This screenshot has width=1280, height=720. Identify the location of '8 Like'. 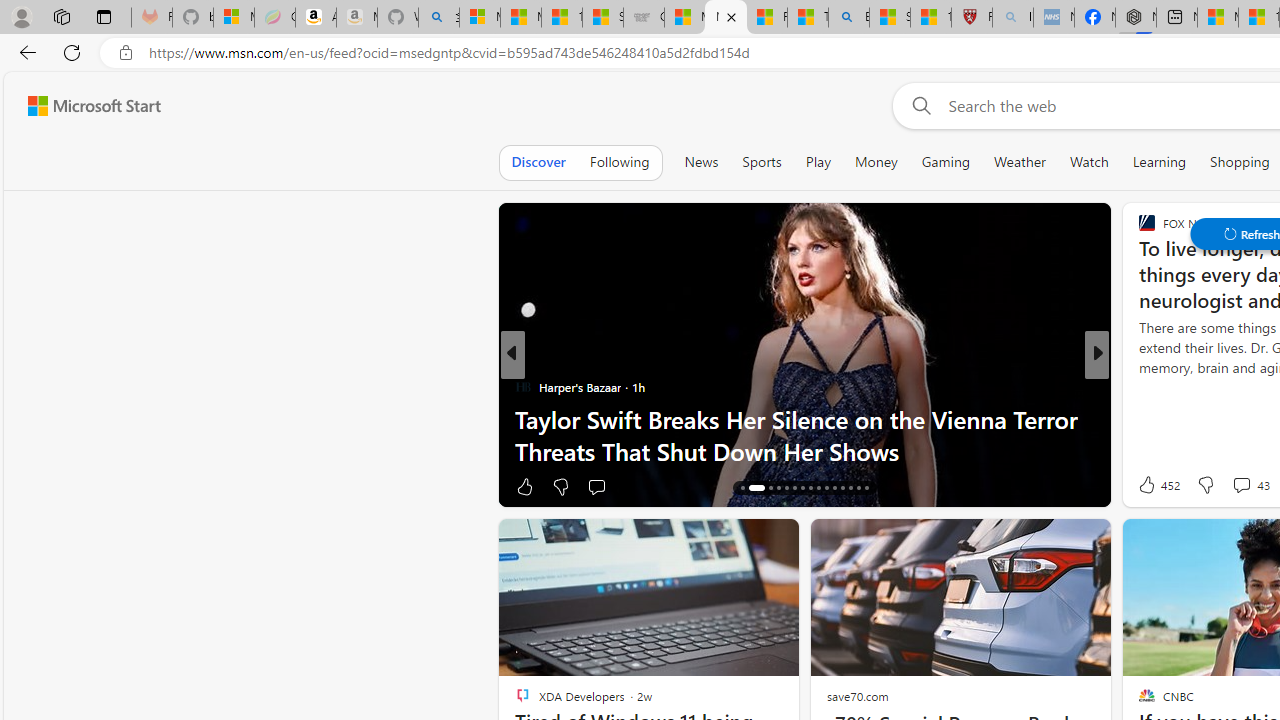
(1145, 486).